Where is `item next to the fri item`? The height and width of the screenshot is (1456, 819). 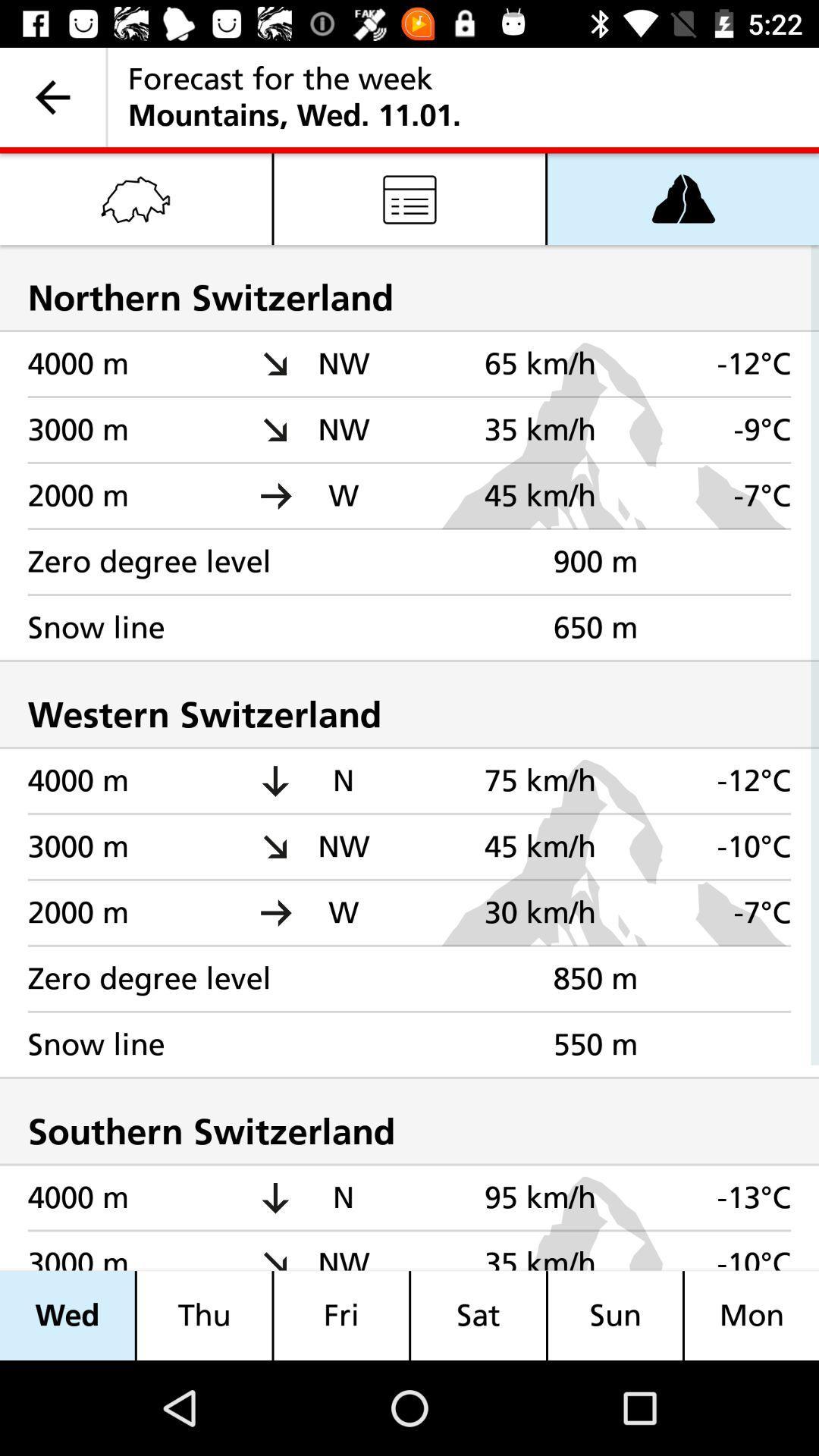 item next to the fri item is located at coordinates (479, 1315).